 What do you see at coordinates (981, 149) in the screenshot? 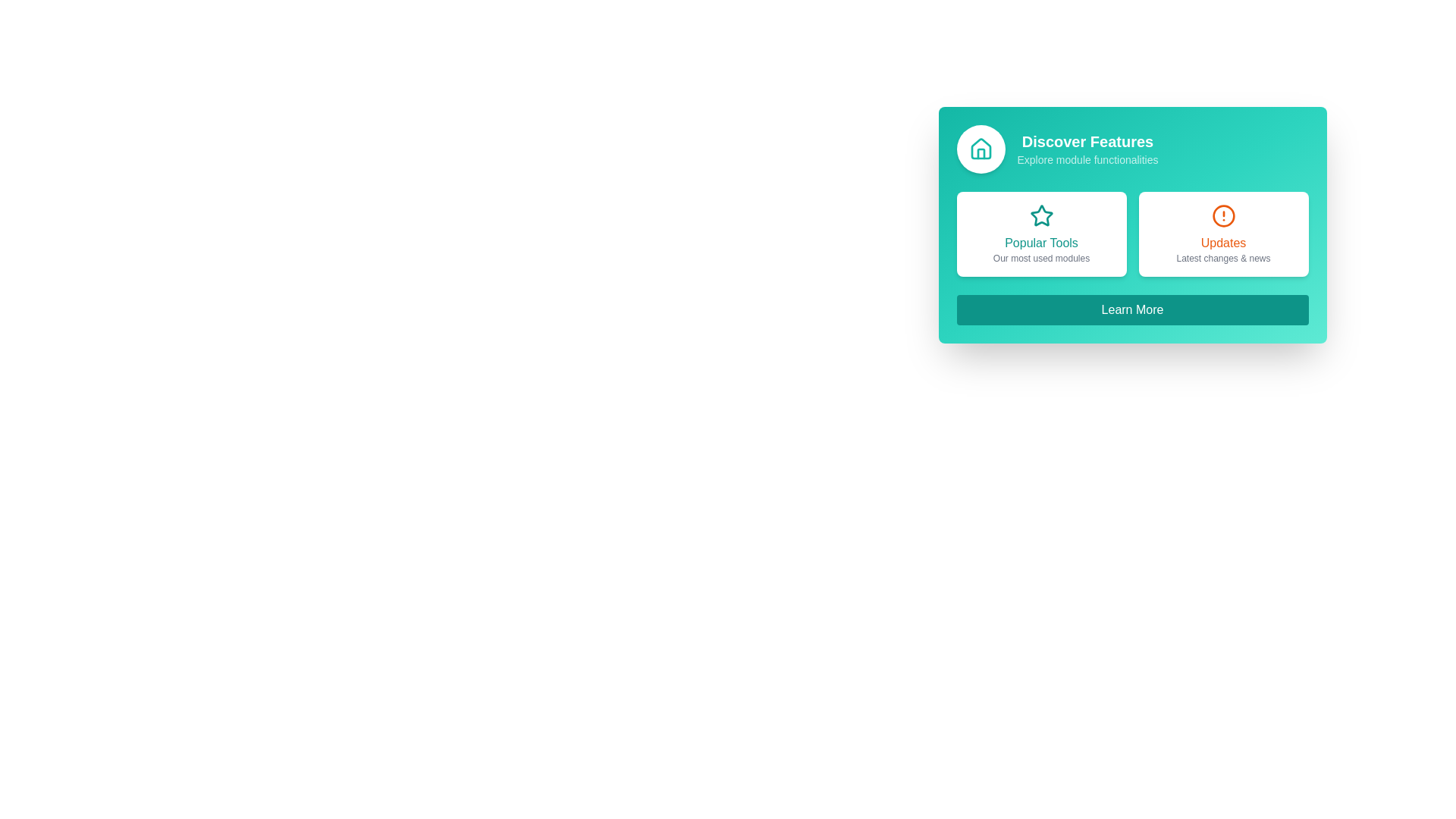
I see `the circular icon button with a white background and teal house outline, positioned to the left of the 'Discover Features' text` at bounding box center [981, 149].